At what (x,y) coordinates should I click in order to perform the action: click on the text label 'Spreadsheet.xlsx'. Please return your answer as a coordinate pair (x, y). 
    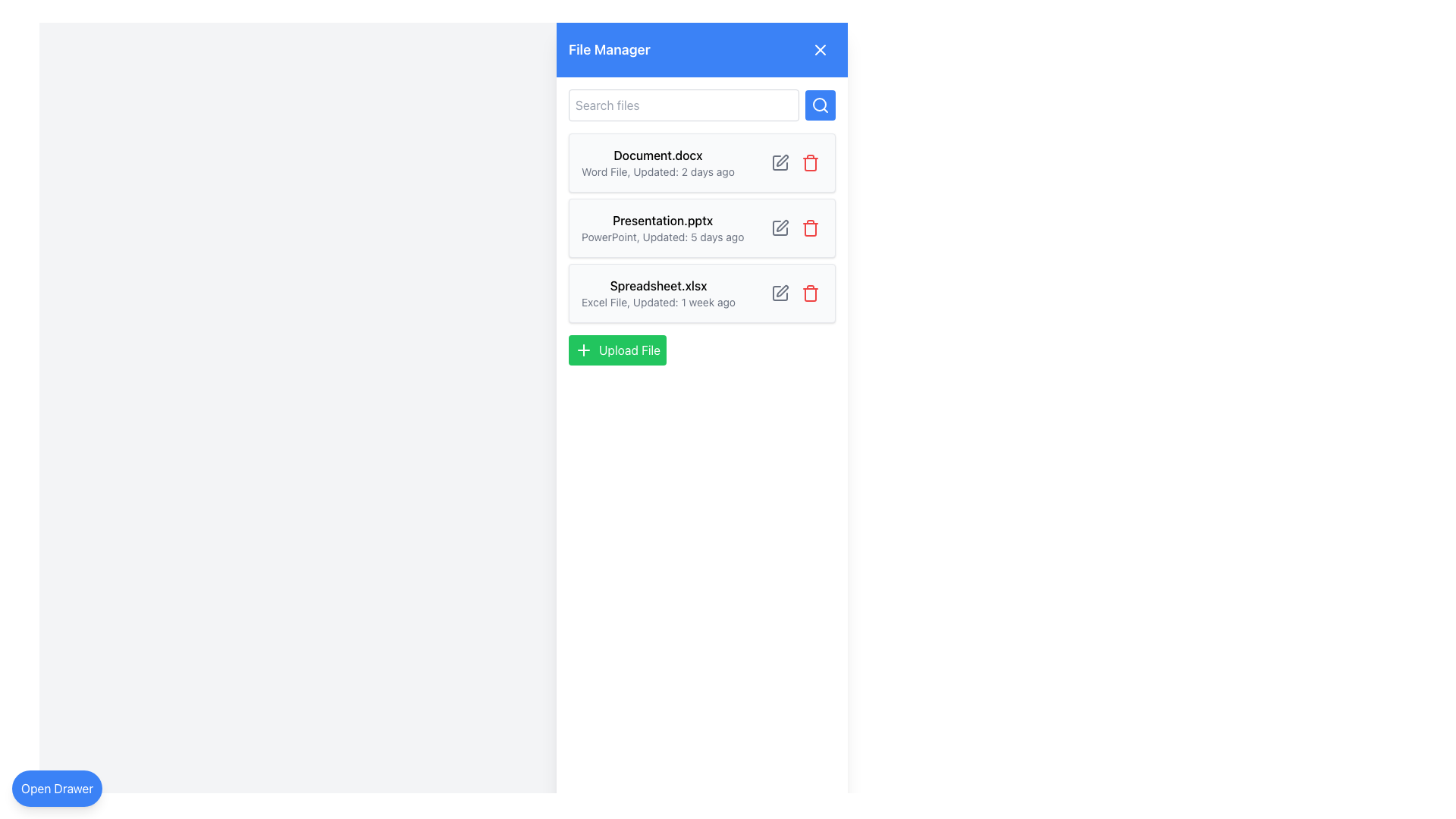
    Looking at the image, I should click on (658, 286).